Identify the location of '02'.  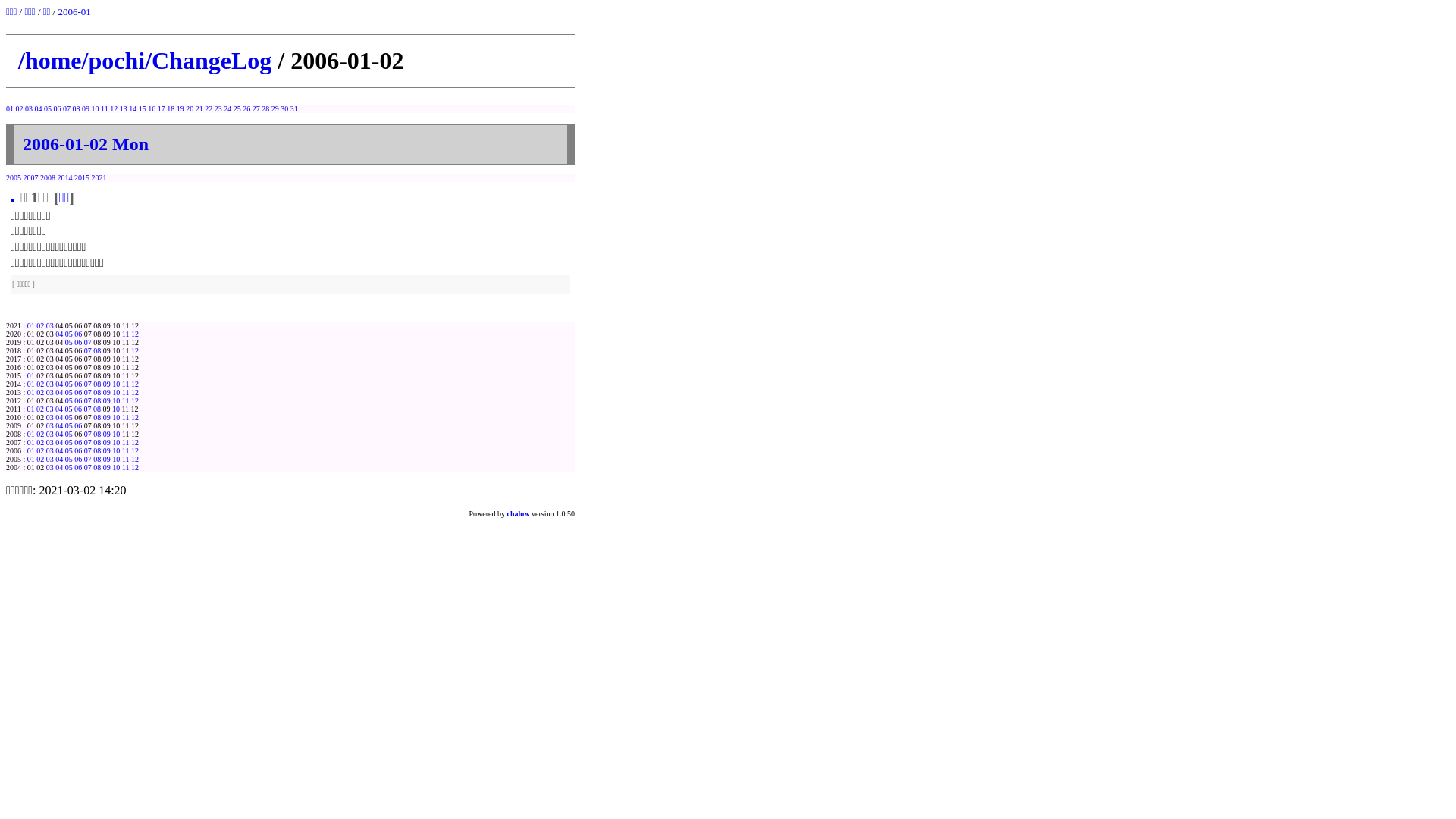
(18, 108).